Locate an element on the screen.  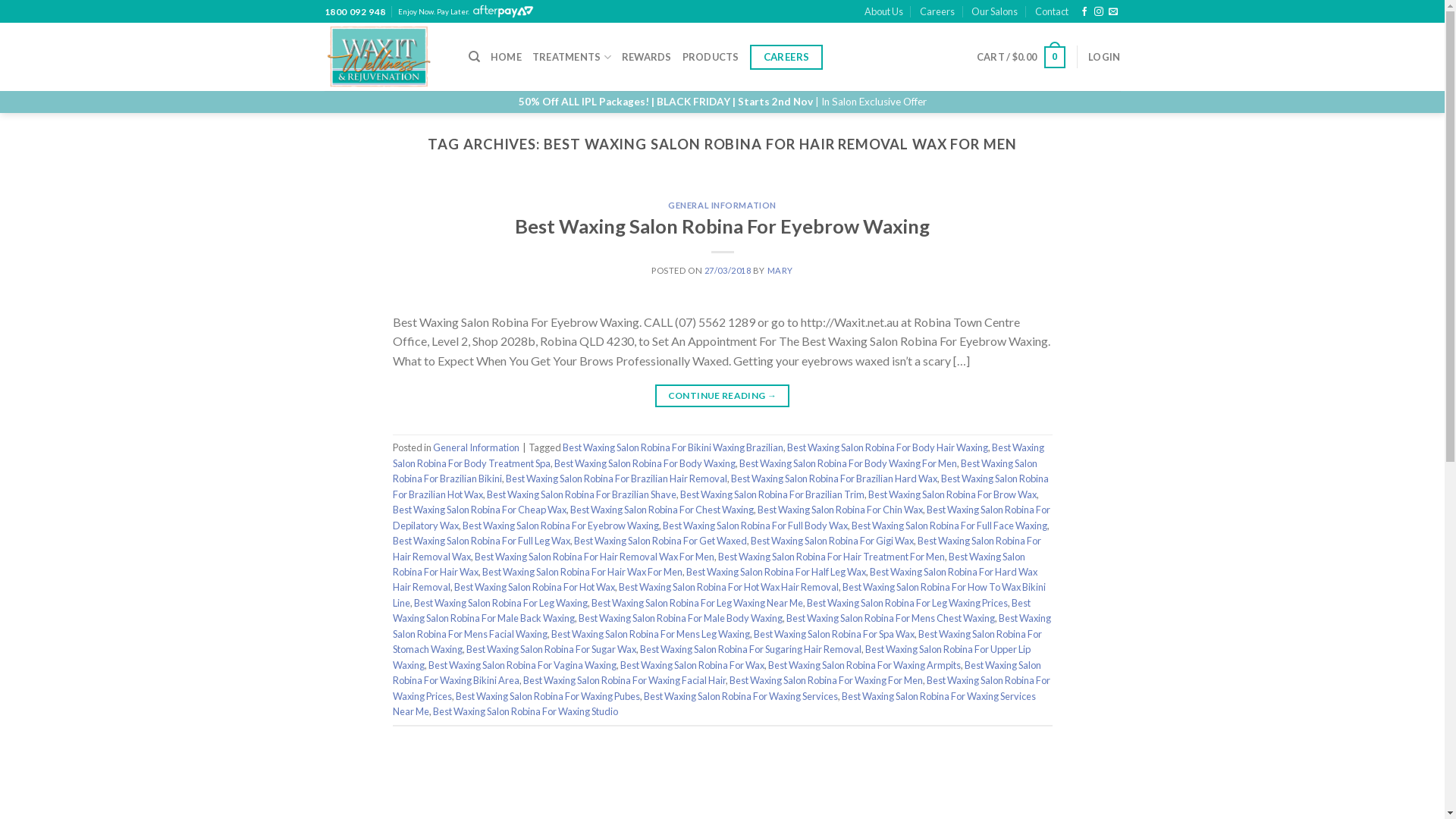
'Best Waxing Salon Robina For Get Waxed' is located at coordinates (659, 540).